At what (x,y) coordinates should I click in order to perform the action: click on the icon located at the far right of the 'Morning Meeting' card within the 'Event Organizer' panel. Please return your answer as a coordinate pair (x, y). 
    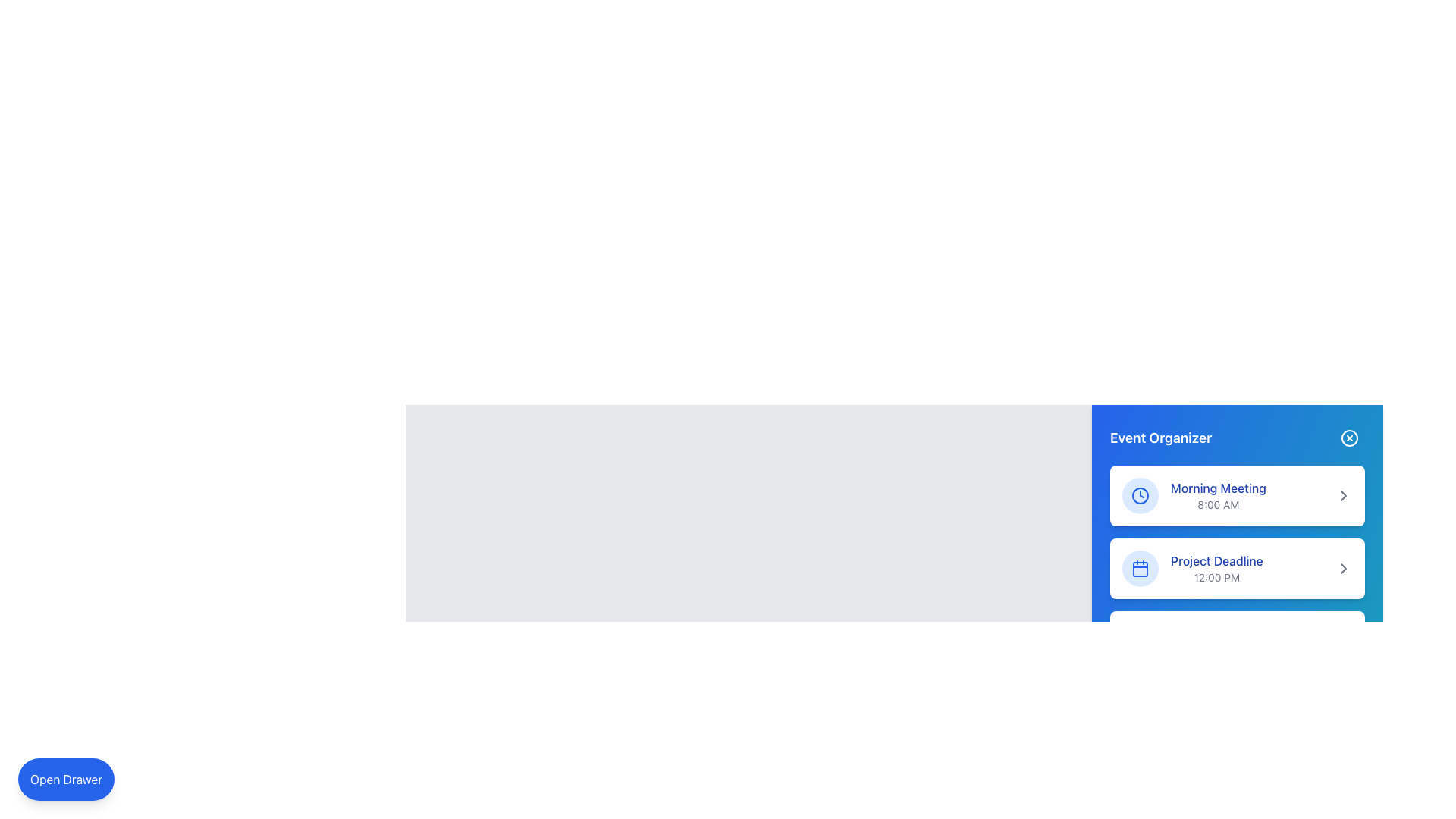
    Looking at the image, I should click on (1343, 496).